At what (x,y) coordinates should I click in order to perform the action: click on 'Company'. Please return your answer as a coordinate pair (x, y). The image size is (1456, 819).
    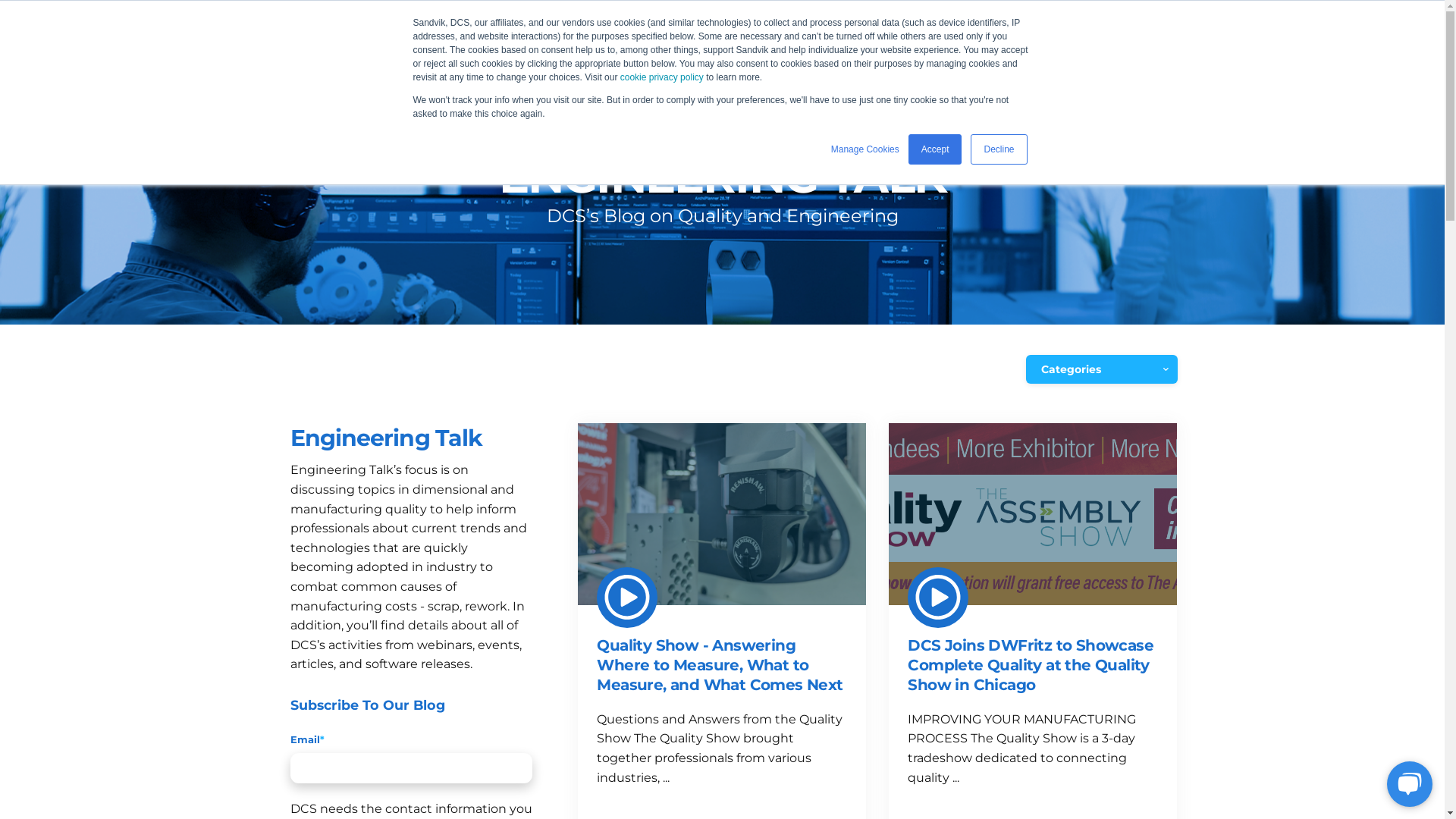
    Looking at the image, I should click on (737, 59).